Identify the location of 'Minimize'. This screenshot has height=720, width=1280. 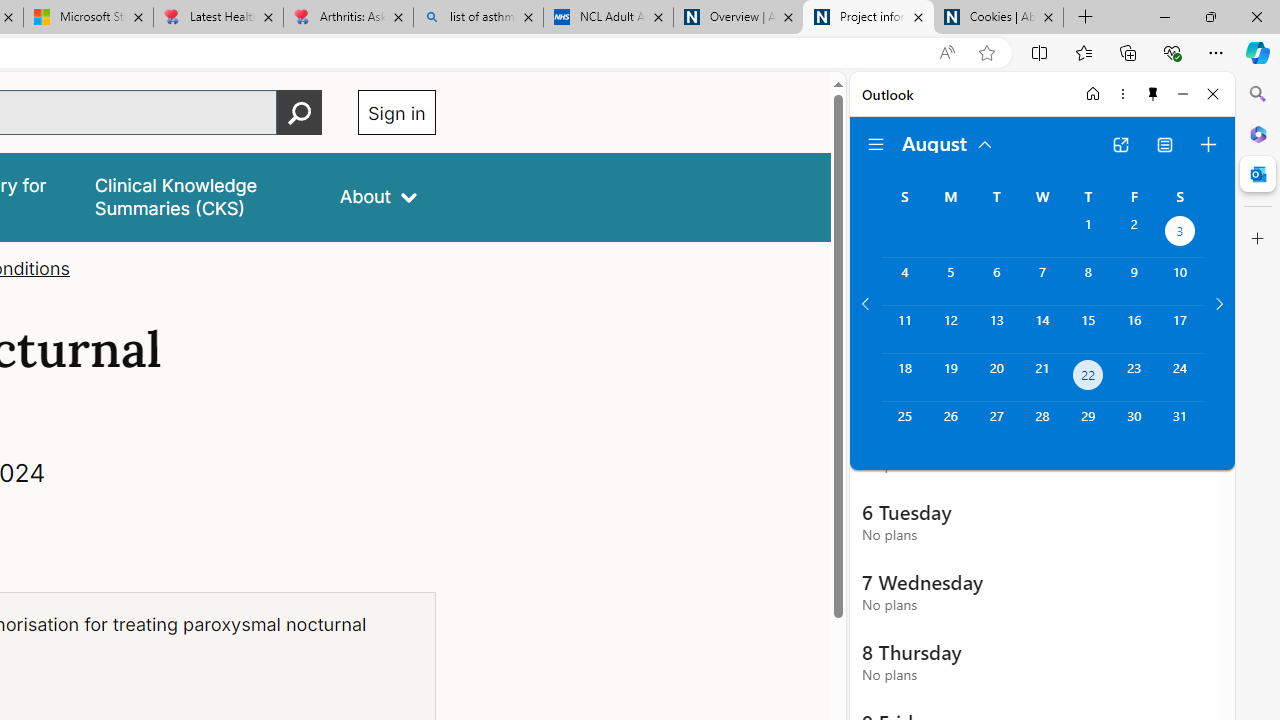
(1182, 93).